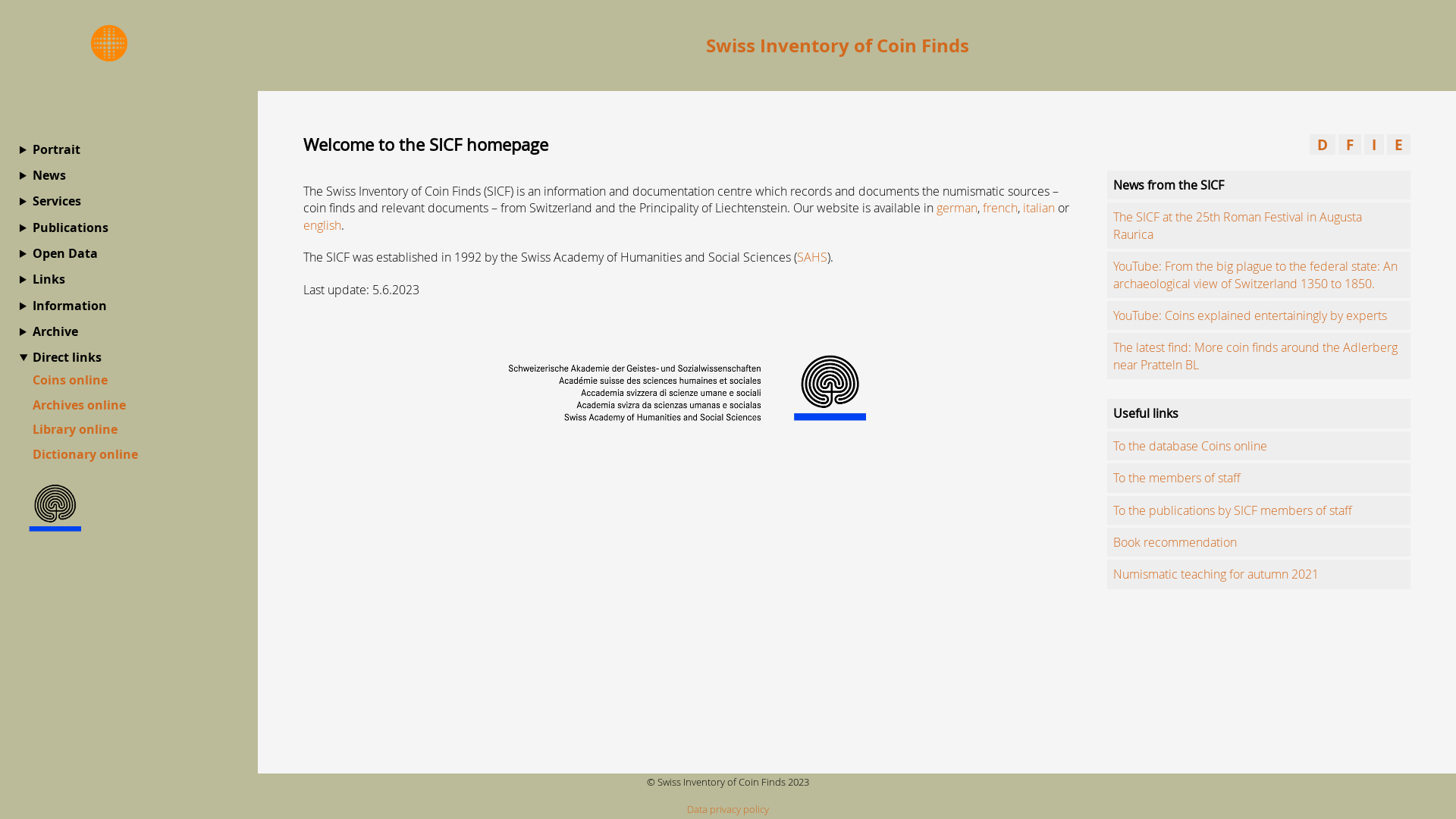 The height and width of the screenshot is (819, 1456). Describe the element at coordinates (1037, 207) in the screenshot. I see `'italian'` at that location.